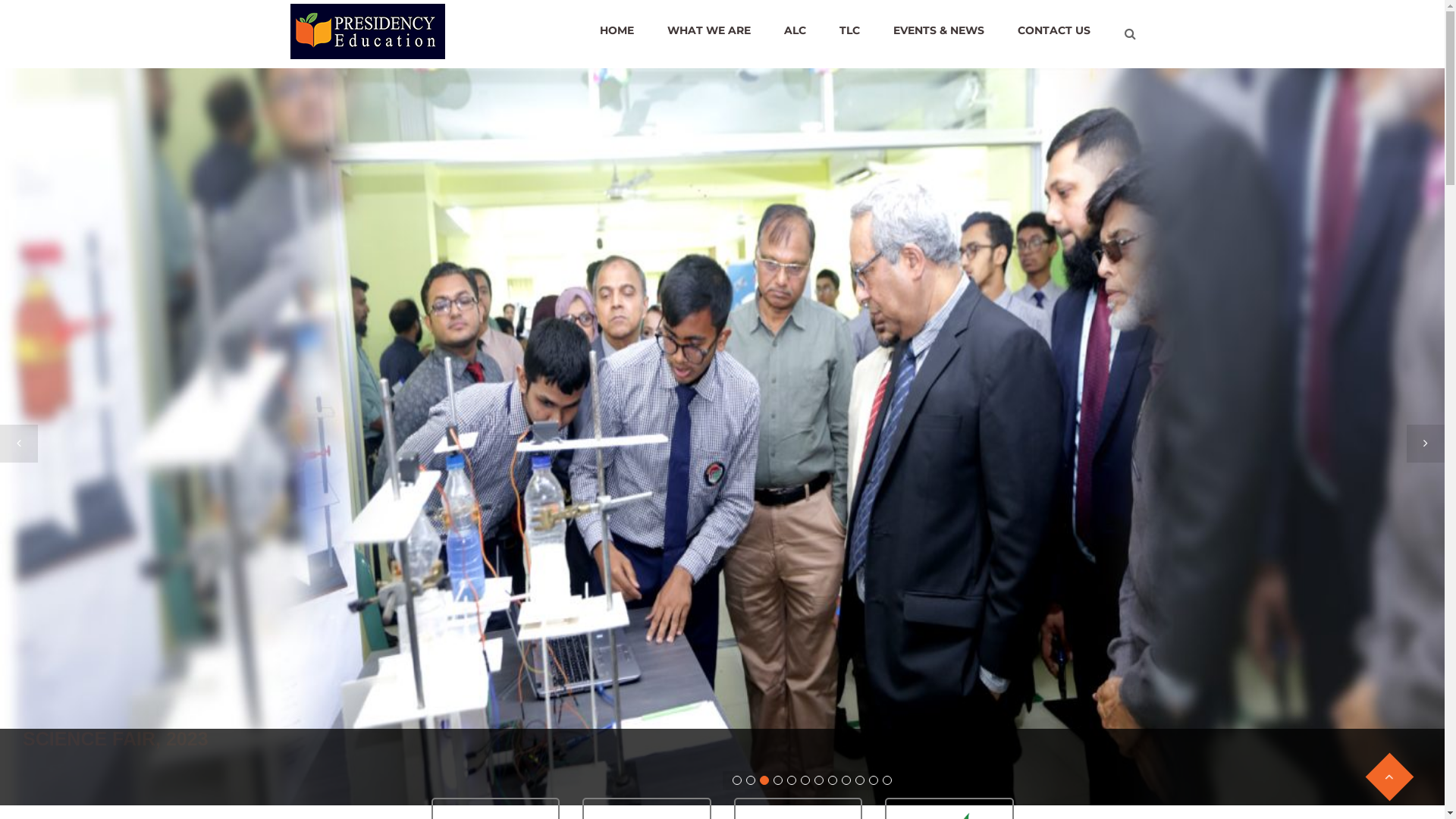 Image resolution: width=1456 pixels, height=819 pixels. I want to click on '10', so click(855, 780).